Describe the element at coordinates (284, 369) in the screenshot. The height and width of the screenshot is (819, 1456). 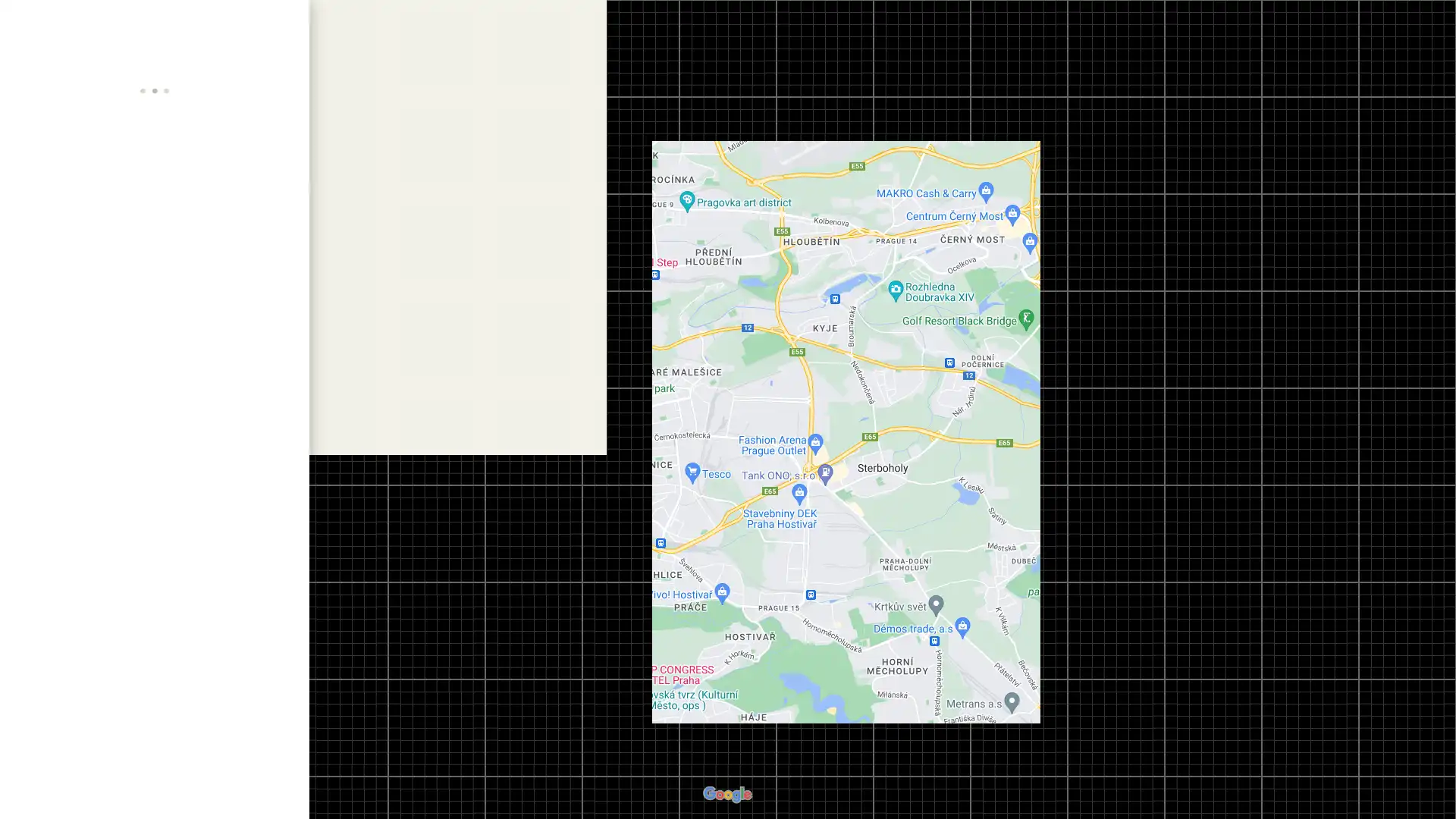
I see `Copy address` at that location.